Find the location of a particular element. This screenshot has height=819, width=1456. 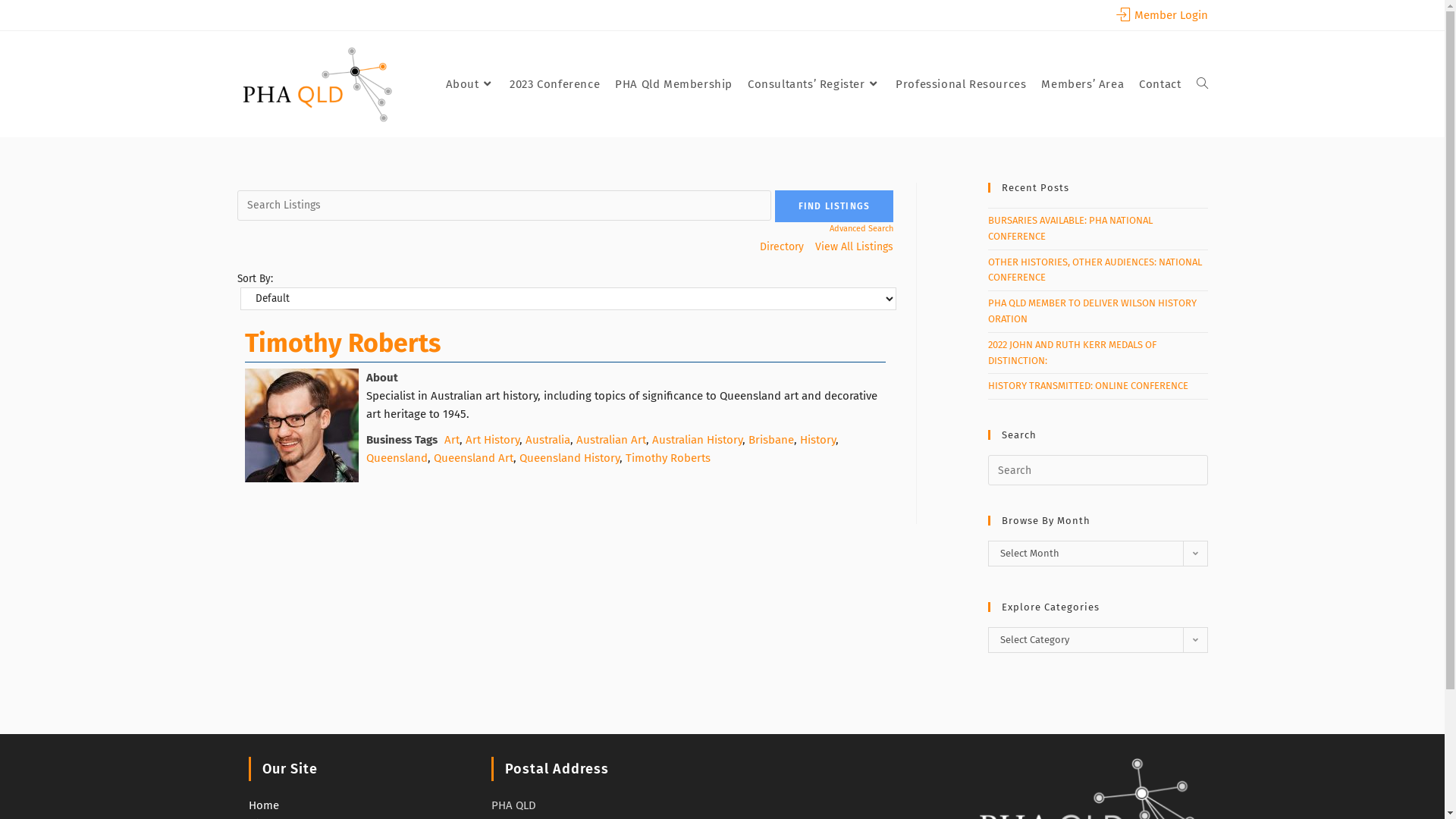

'2023 Conference' is located at coordinates (554, 84).